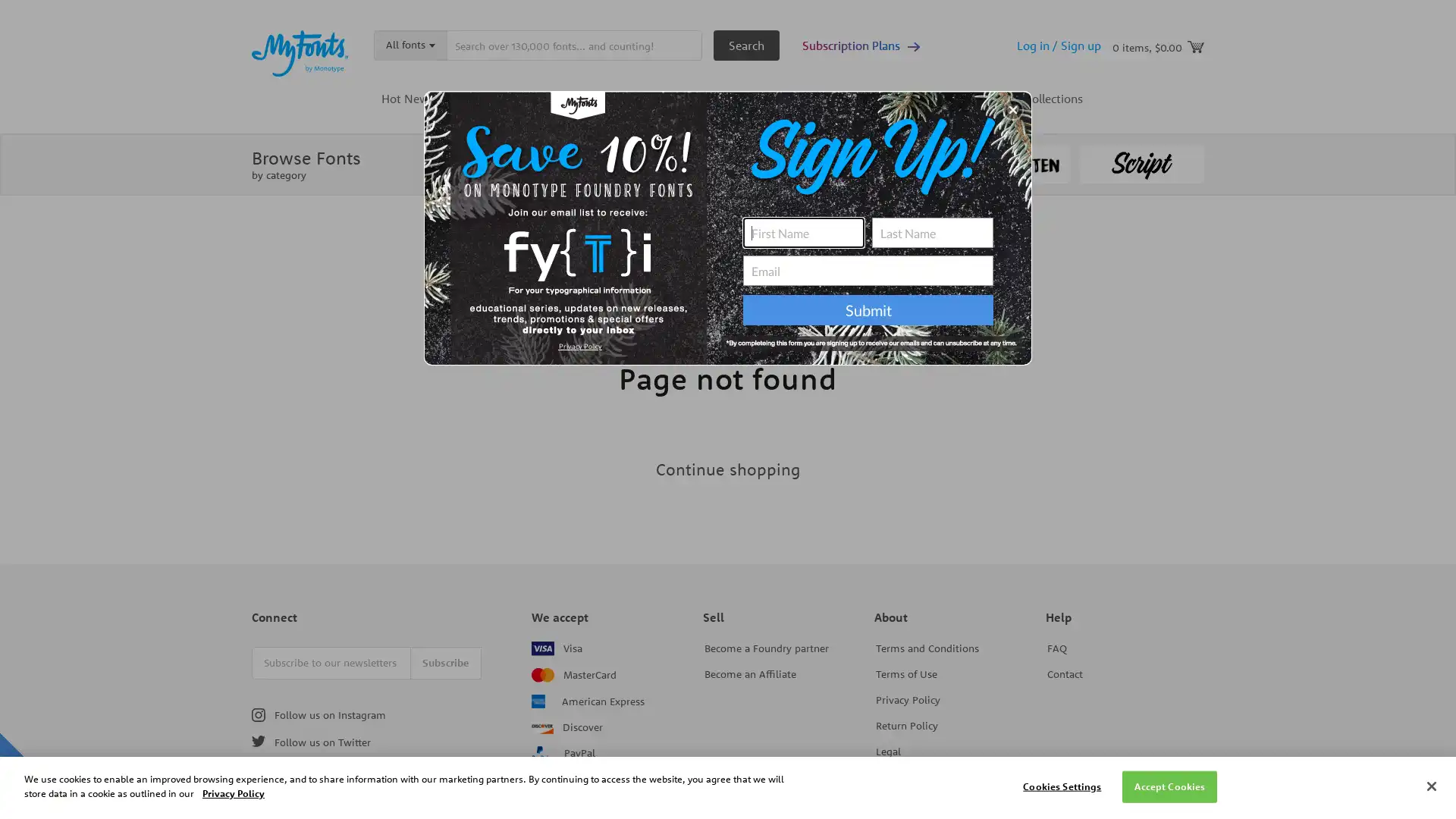 This screenshot has height=819, width=1456. I want to click on Submit, so click(868, 309).